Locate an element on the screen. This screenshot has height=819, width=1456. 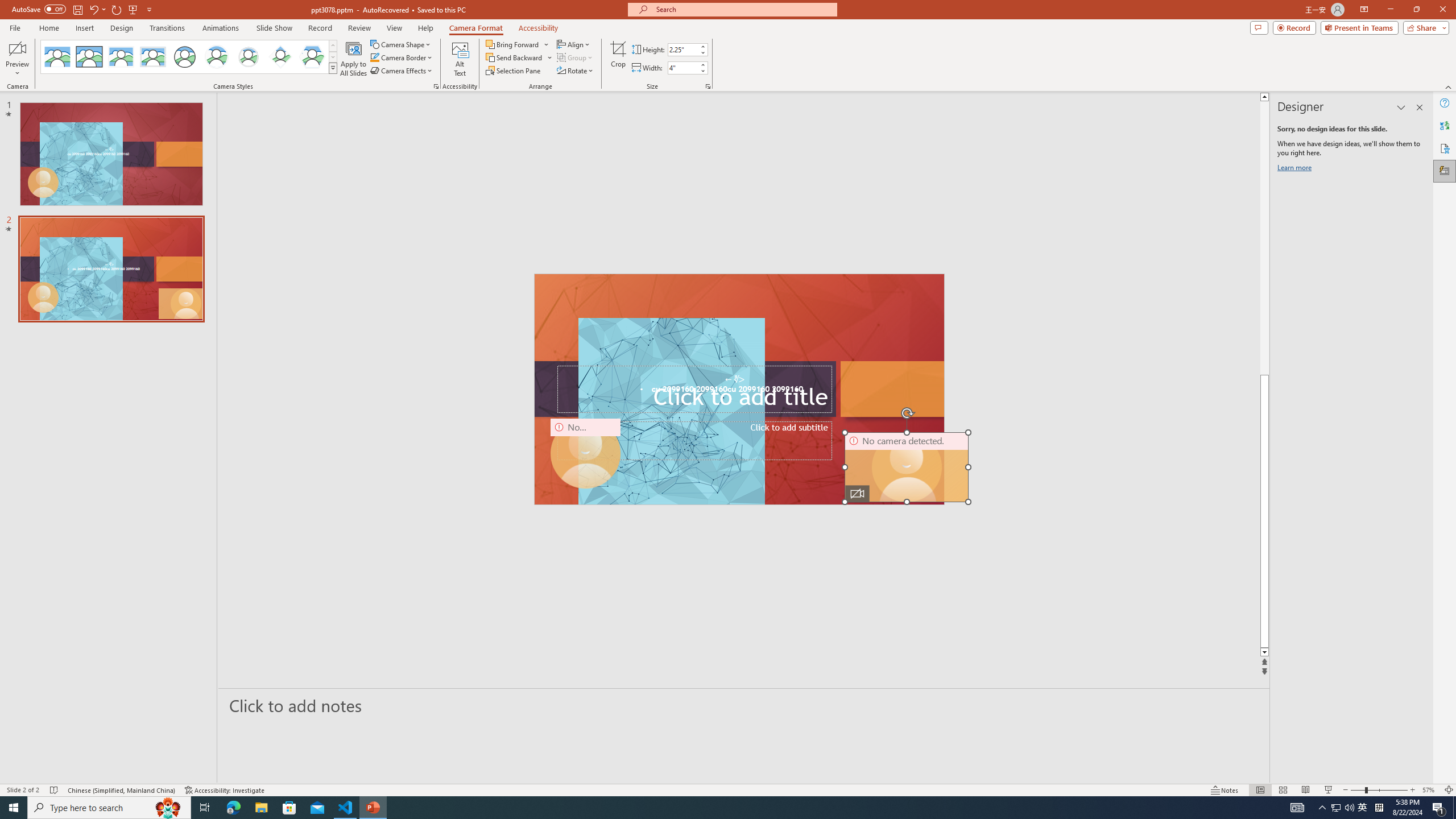
'Center Shadow Hexagon' is located at coordinates (312, 56).